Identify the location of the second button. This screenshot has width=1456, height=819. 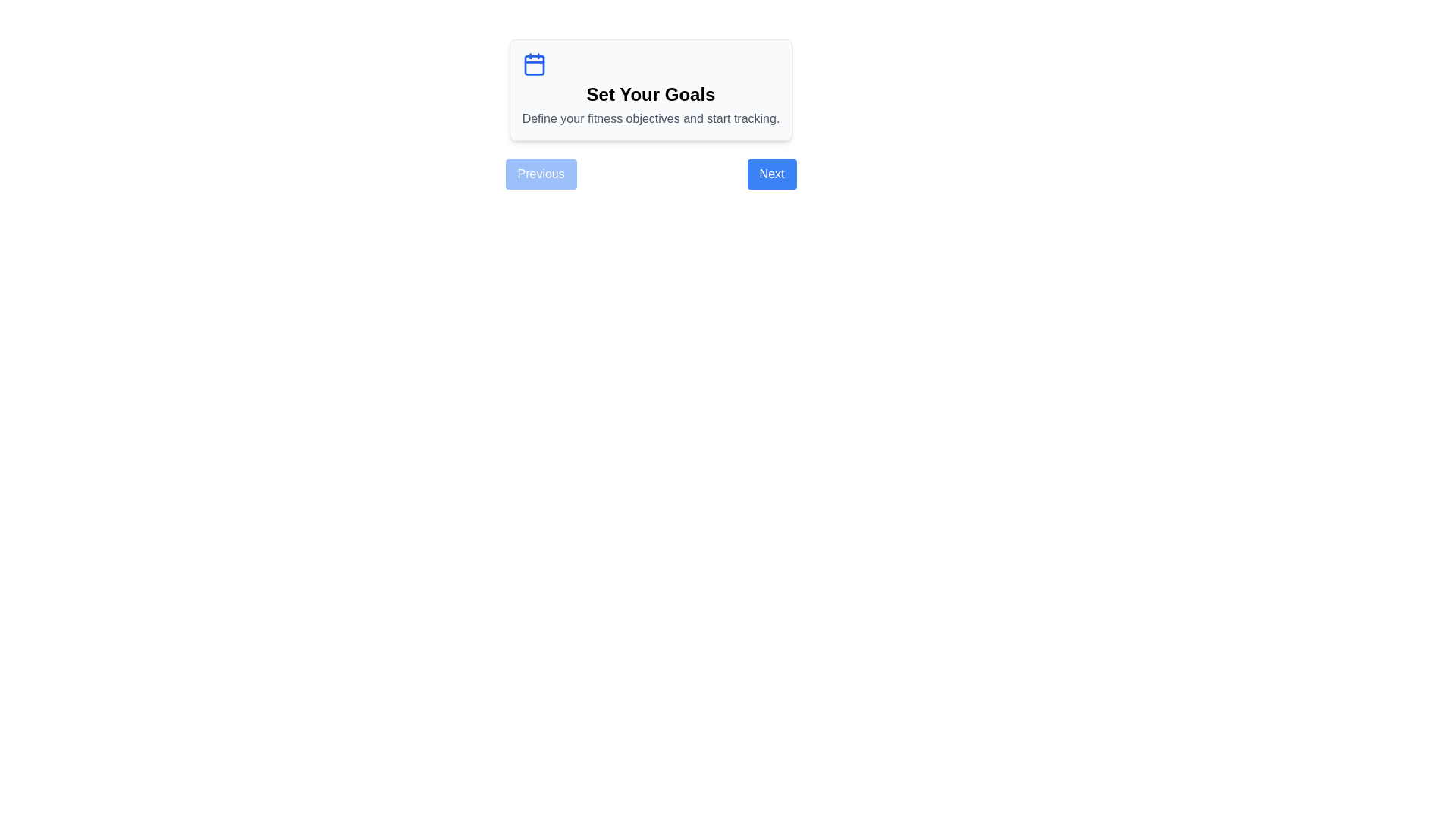
(771, 174).